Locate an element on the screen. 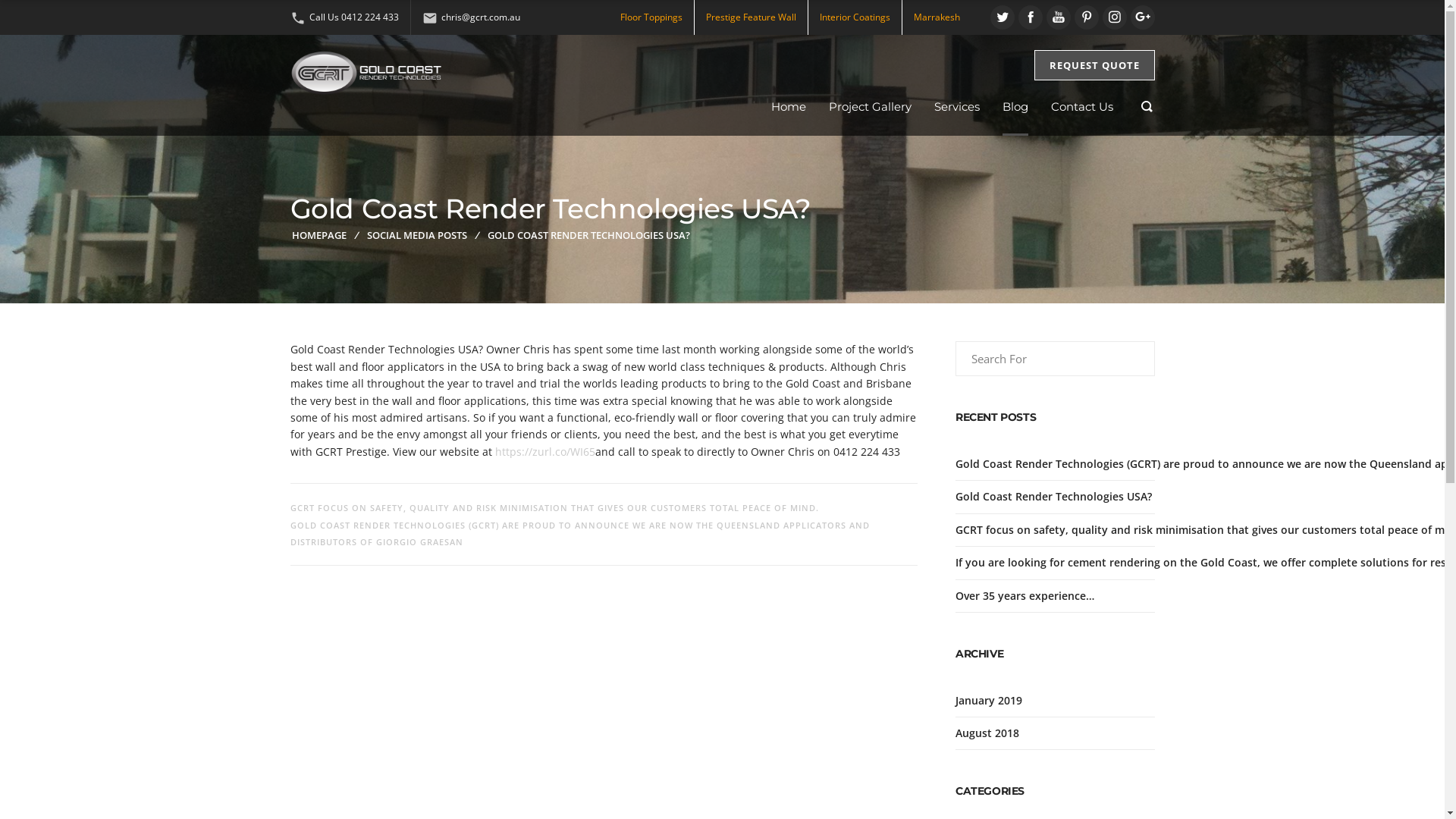 The height and width of the screenshot is (819, 1456). 'Blog' is located at coordinates (1015, 107).